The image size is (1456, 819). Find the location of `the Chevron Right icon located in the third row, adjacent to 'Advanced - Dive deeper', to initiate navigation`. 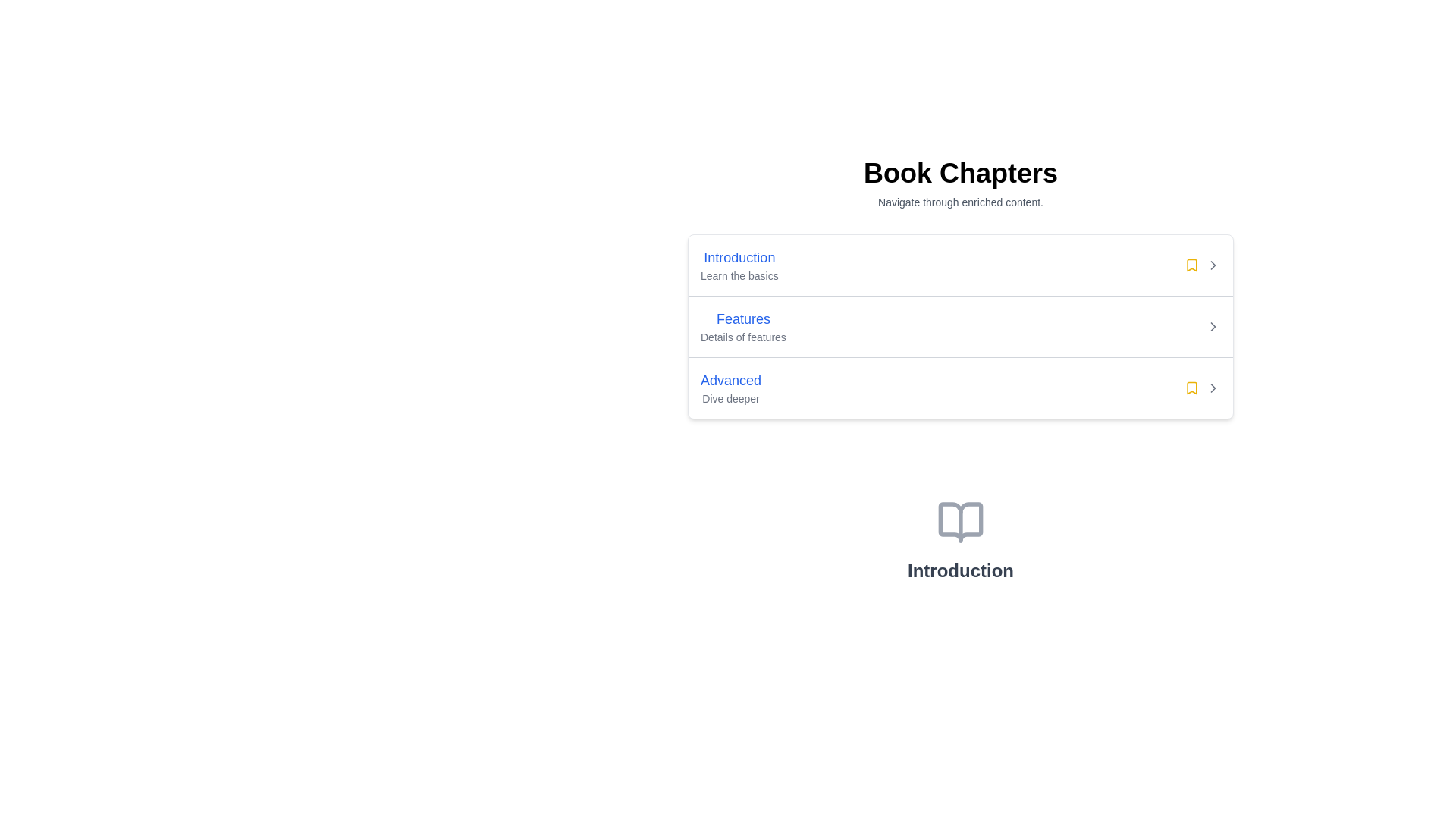

the Chevron Right icon located in the third row, adjacent to 'Advanced - Dive deeper', to initiate navigation is located at coordinates (1212, 388).